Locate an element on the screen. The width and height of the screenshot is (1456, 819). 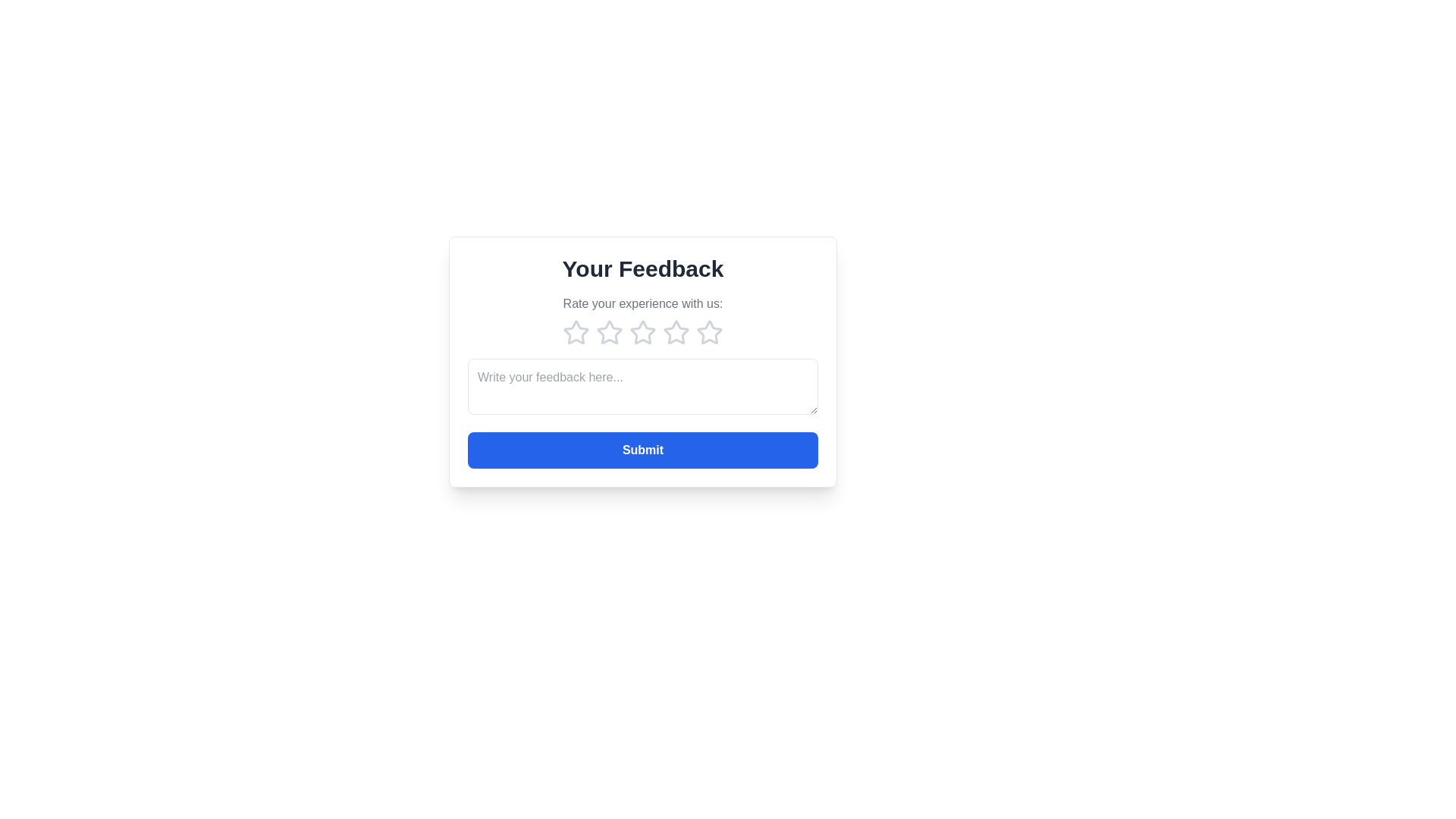
the star corresponding to 5 to preview the rating is located at coordinates (709, 332).